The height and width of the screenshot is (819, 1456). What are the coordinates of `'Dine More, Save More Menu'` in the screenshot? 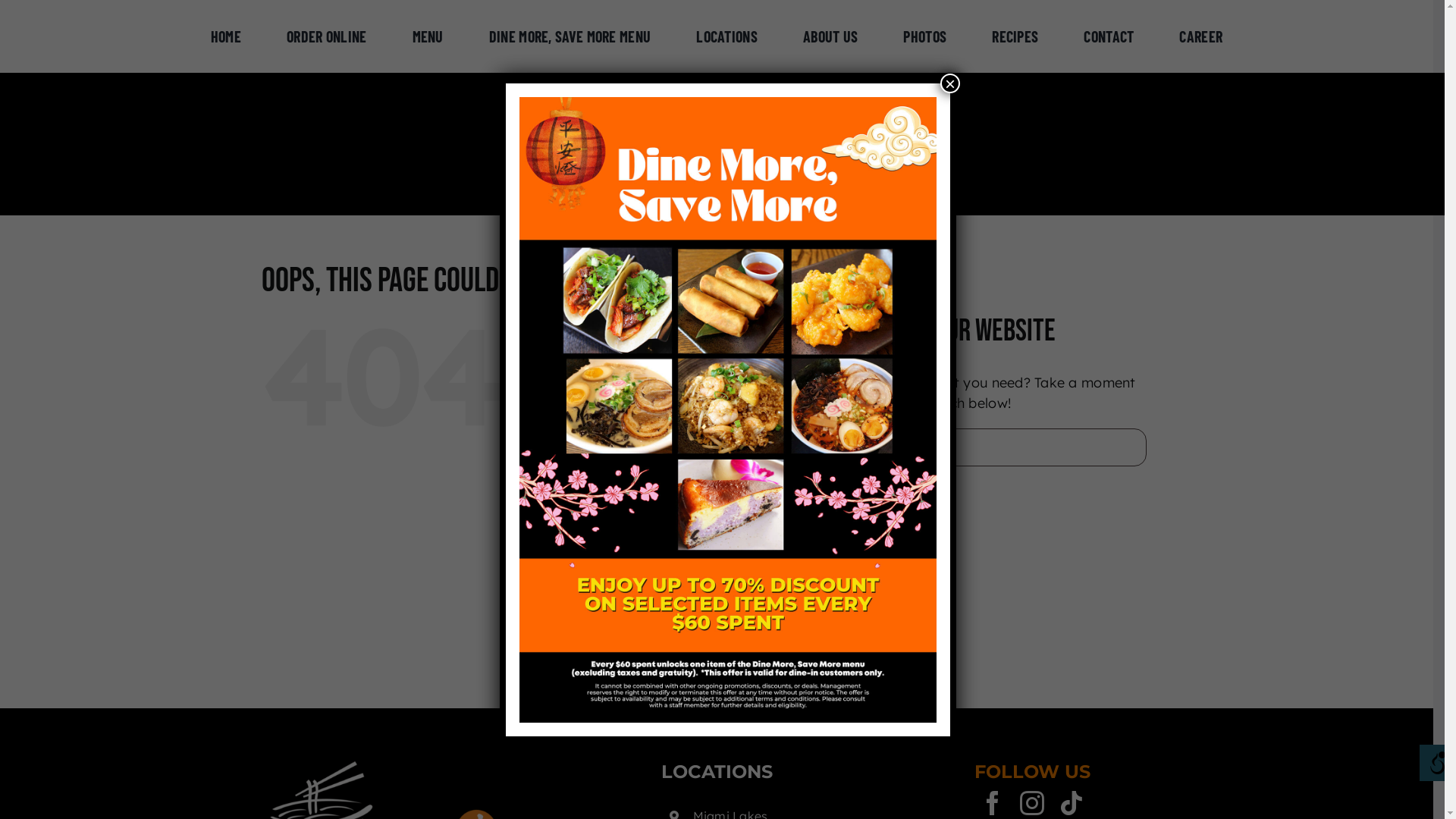 It's located at (719, 472).